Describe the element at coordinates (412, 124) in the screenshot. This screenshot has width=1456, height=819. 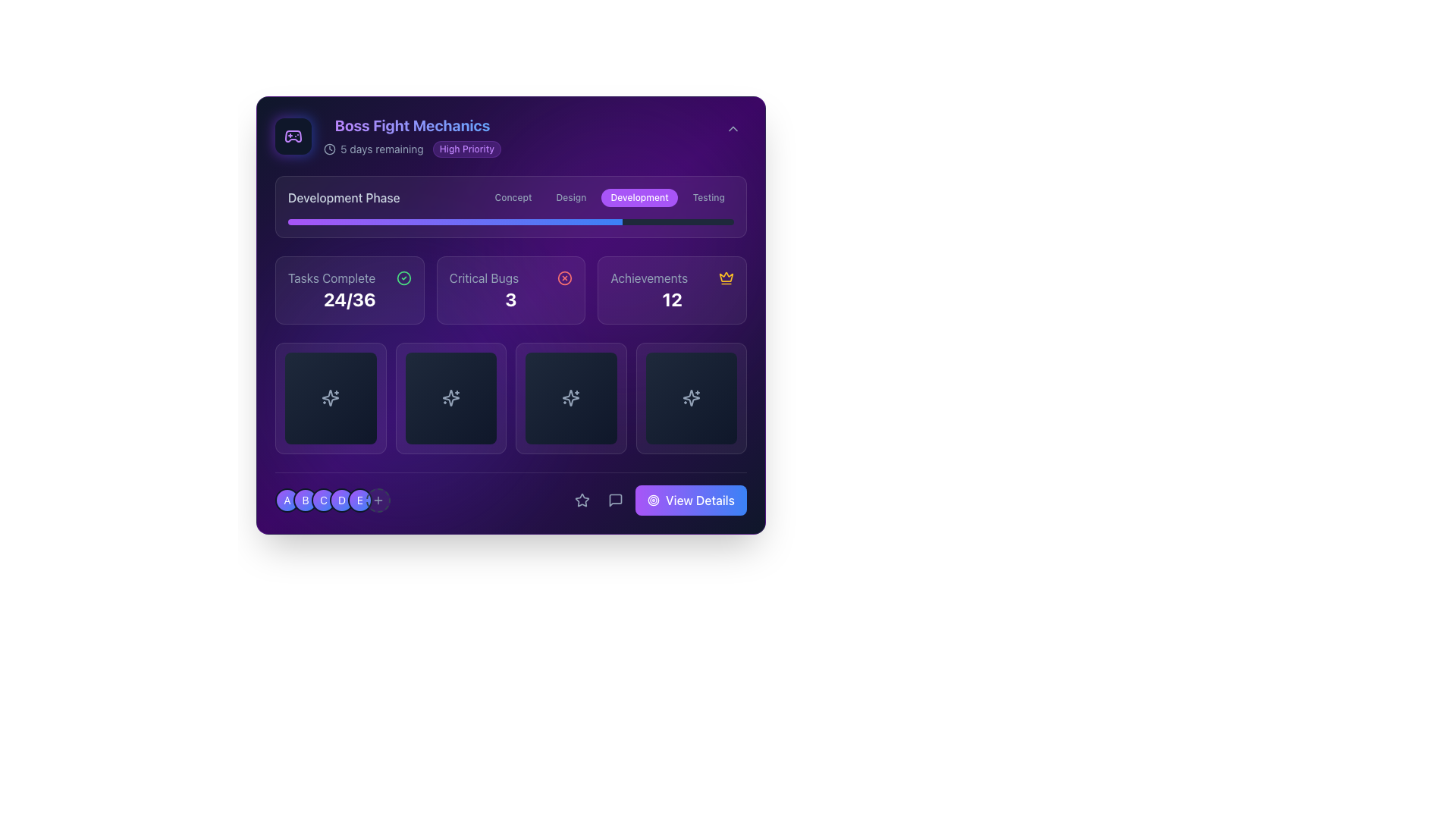
I see `the text content of the Text Label, which serves as a title or header for the current context, located at the top-left corner of the UI above the deadline and priority information` at that location.